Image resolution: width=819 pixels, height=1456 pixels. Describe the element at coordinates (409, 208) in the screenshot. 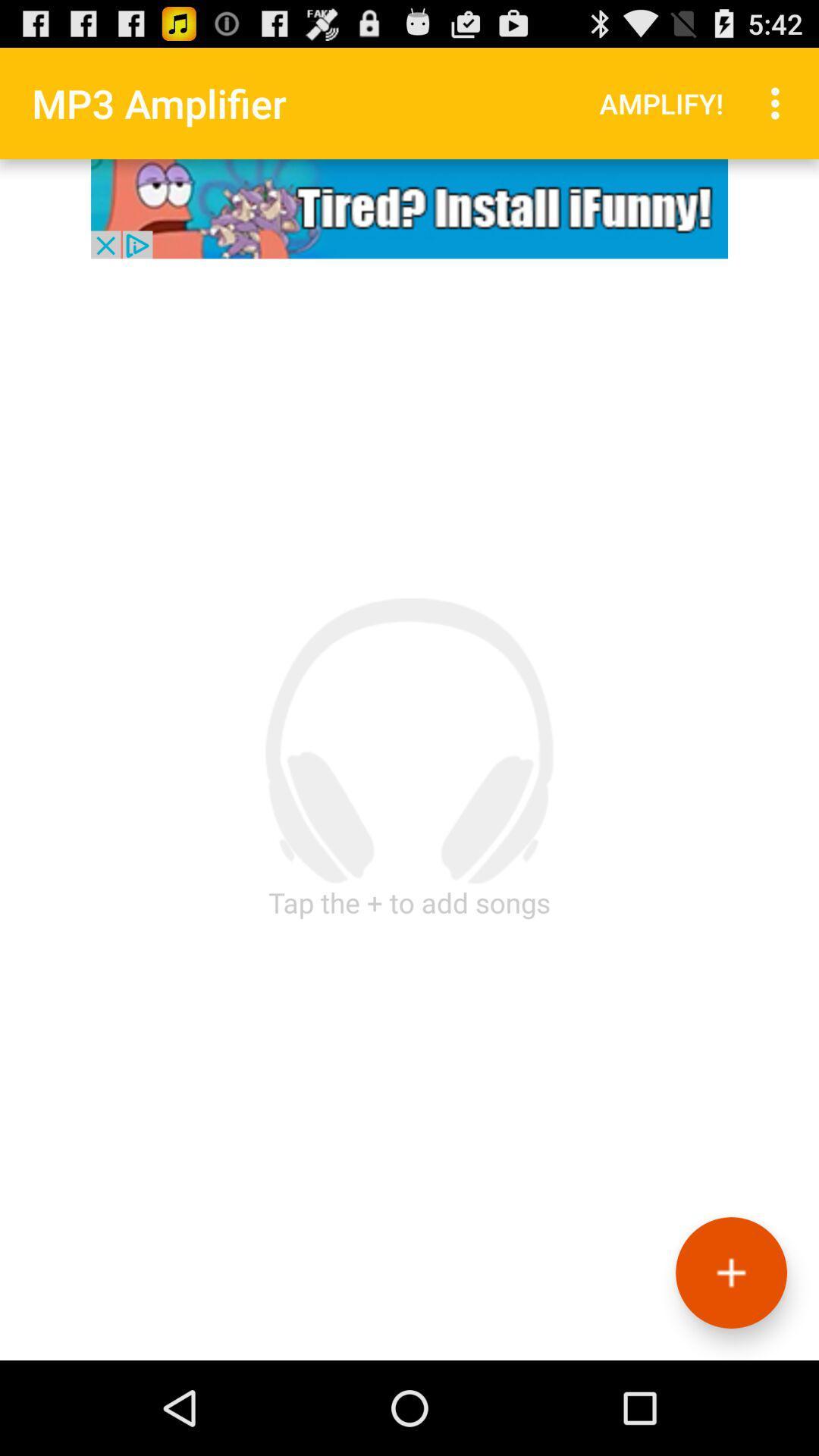

I see `icon button` at that location.